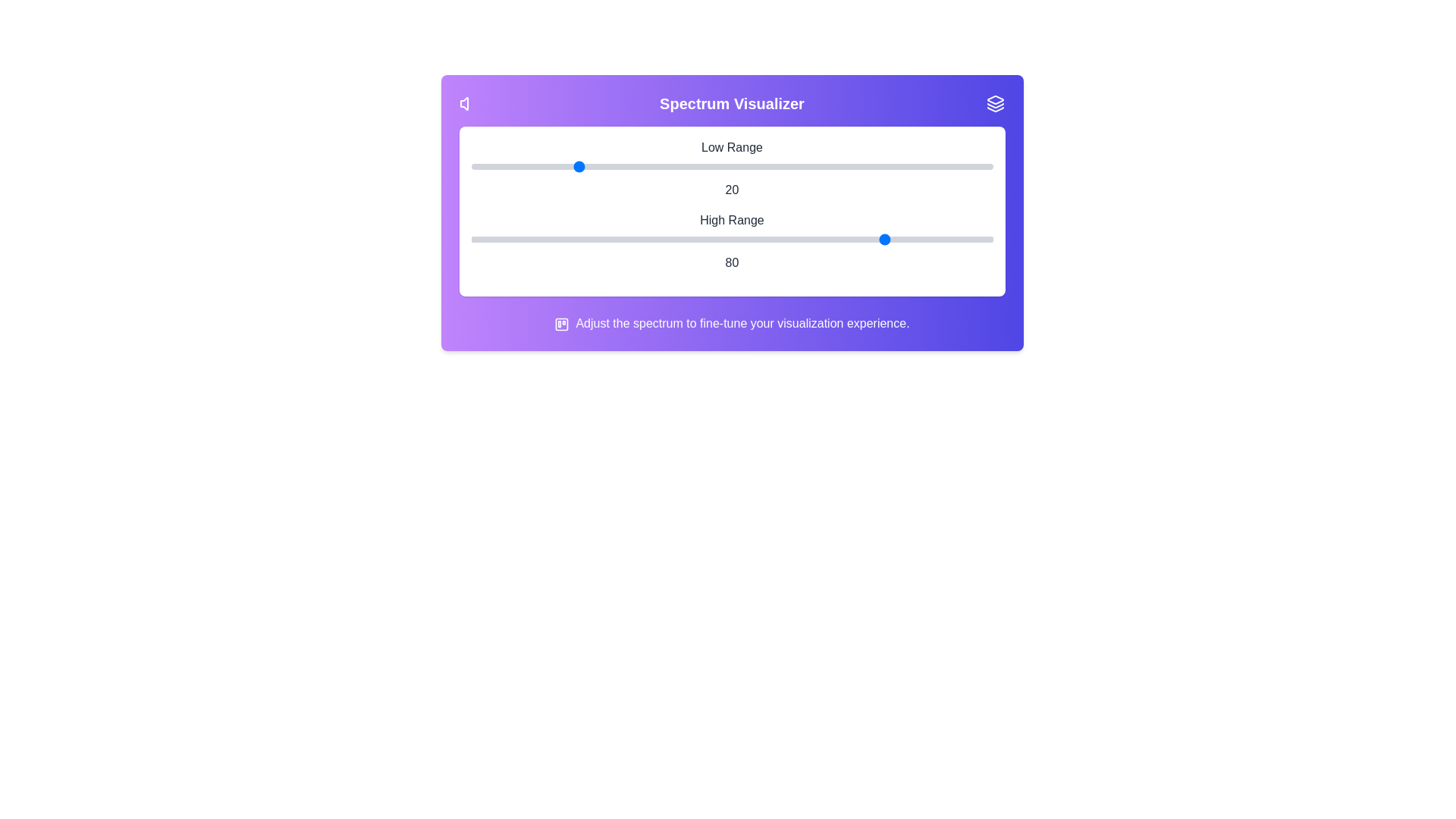 The image size is (1456, 819). I want to click on the low range slider to 35, so click(654, 166).